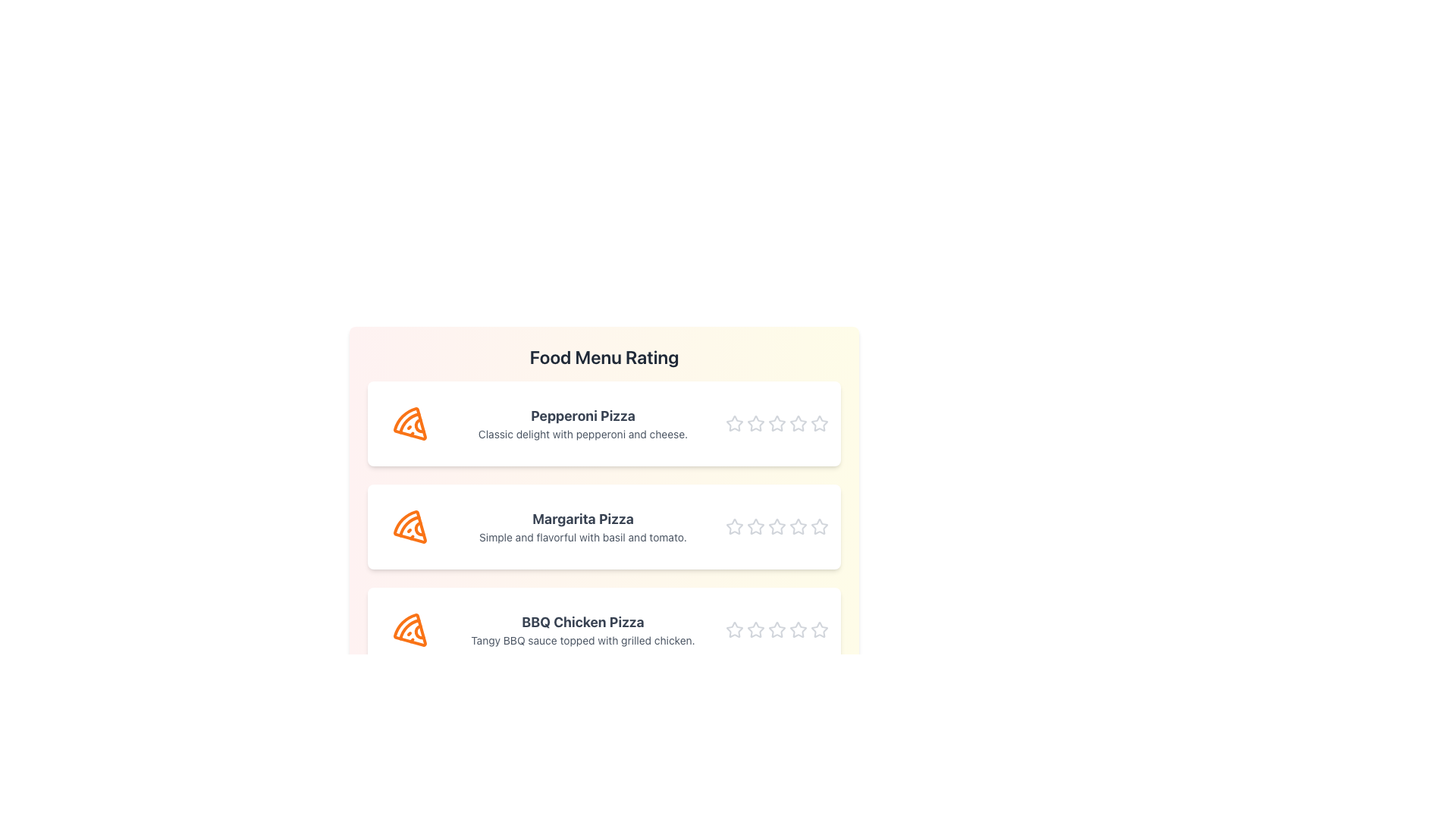  What do you see at coordinates (582, 416) in the screenshot?
I see `text label 'Pepperoni Pizza', which is bold and dark gray, located at the top of the first card in the 'Food Menu Rating' section` at bounding box center [582, 416].